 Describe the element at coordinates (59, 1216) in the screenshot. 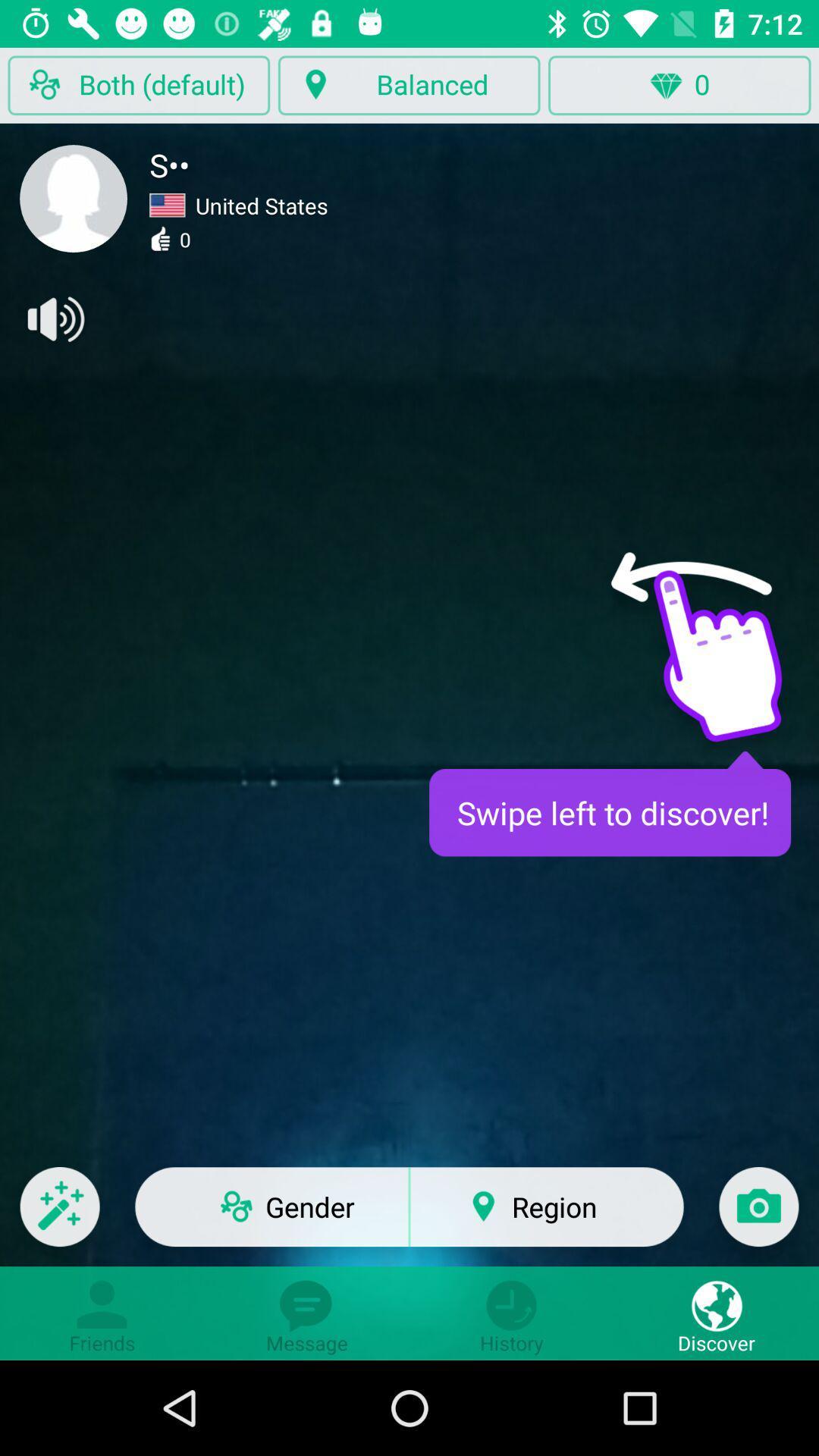

I see `the item above the friends` at that location.